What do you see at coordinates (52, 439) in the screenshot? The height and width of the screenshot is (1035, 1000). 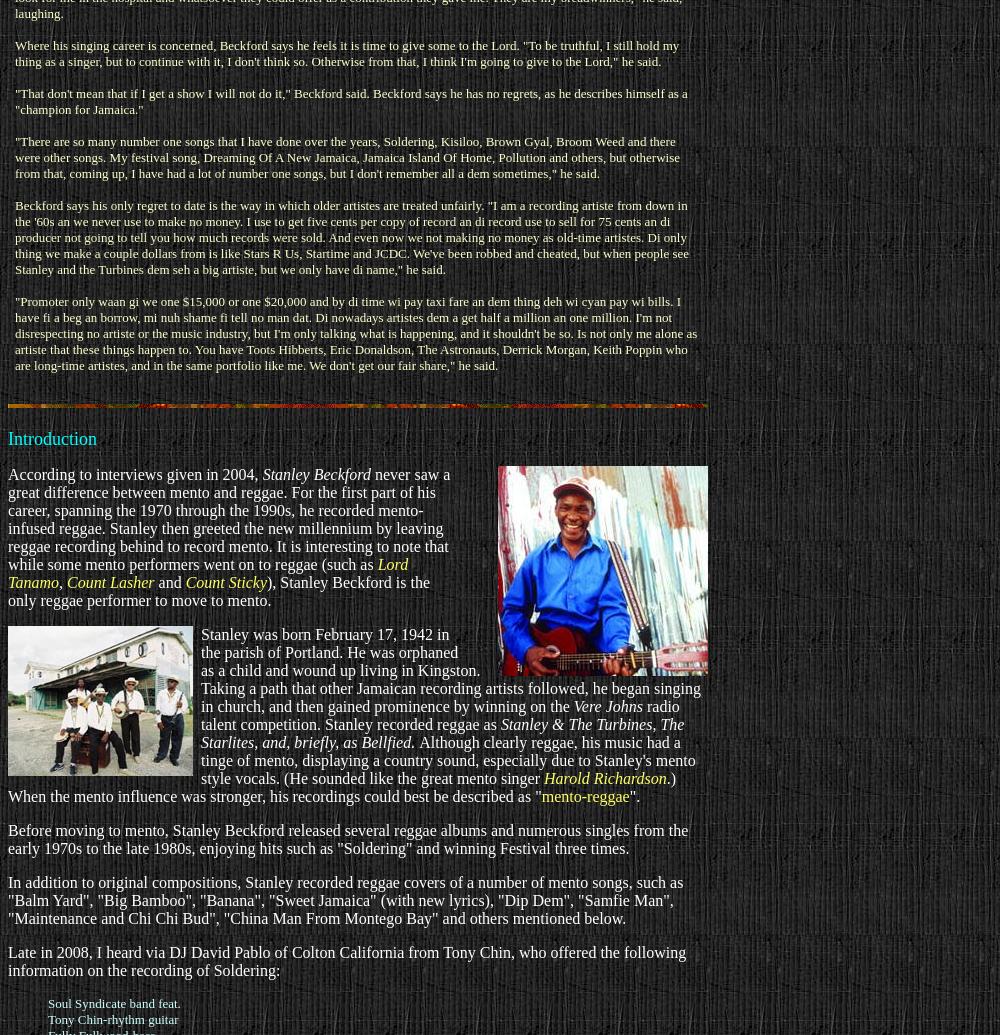 I see `'Introduction'` at bounding box center [52, 439].